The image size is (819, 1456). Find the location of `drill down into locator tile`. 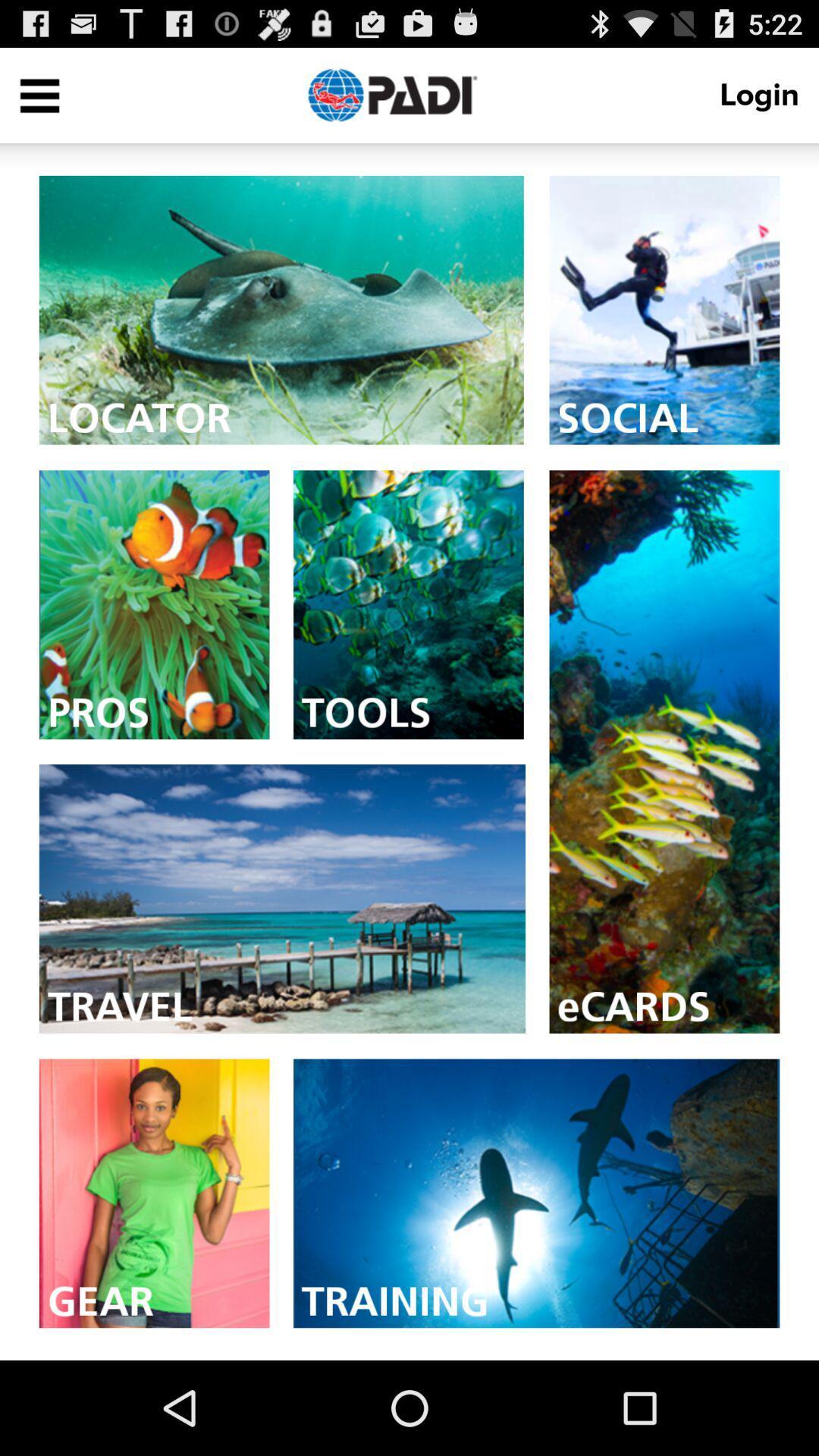

drill down into locator tile is located at coordinates (281, 309).